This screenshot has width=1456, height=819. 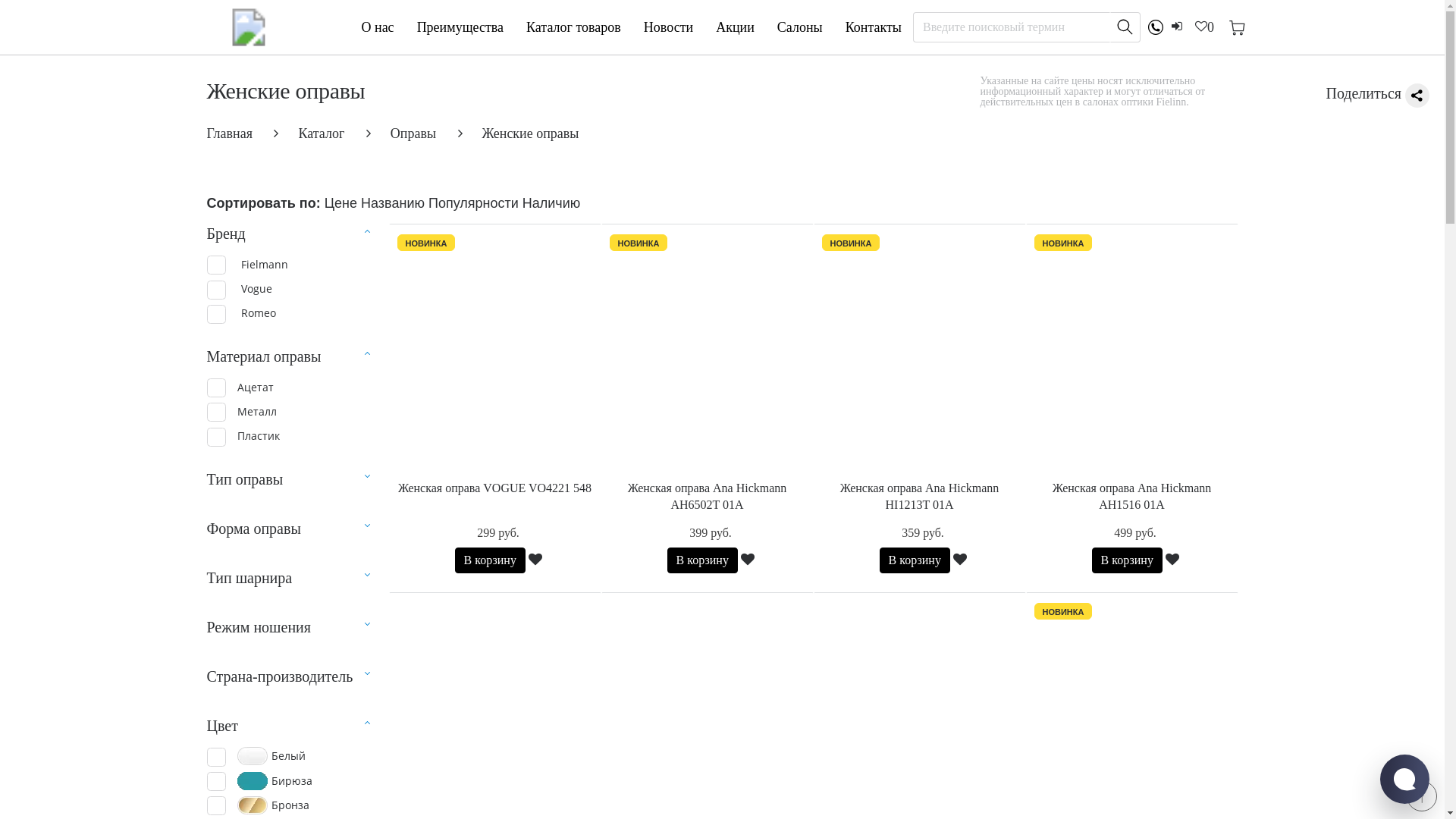 What do you see at coordinates (240, 312) in the screenshot?
I see `'Romeo'` at bounding box center [240, 312].